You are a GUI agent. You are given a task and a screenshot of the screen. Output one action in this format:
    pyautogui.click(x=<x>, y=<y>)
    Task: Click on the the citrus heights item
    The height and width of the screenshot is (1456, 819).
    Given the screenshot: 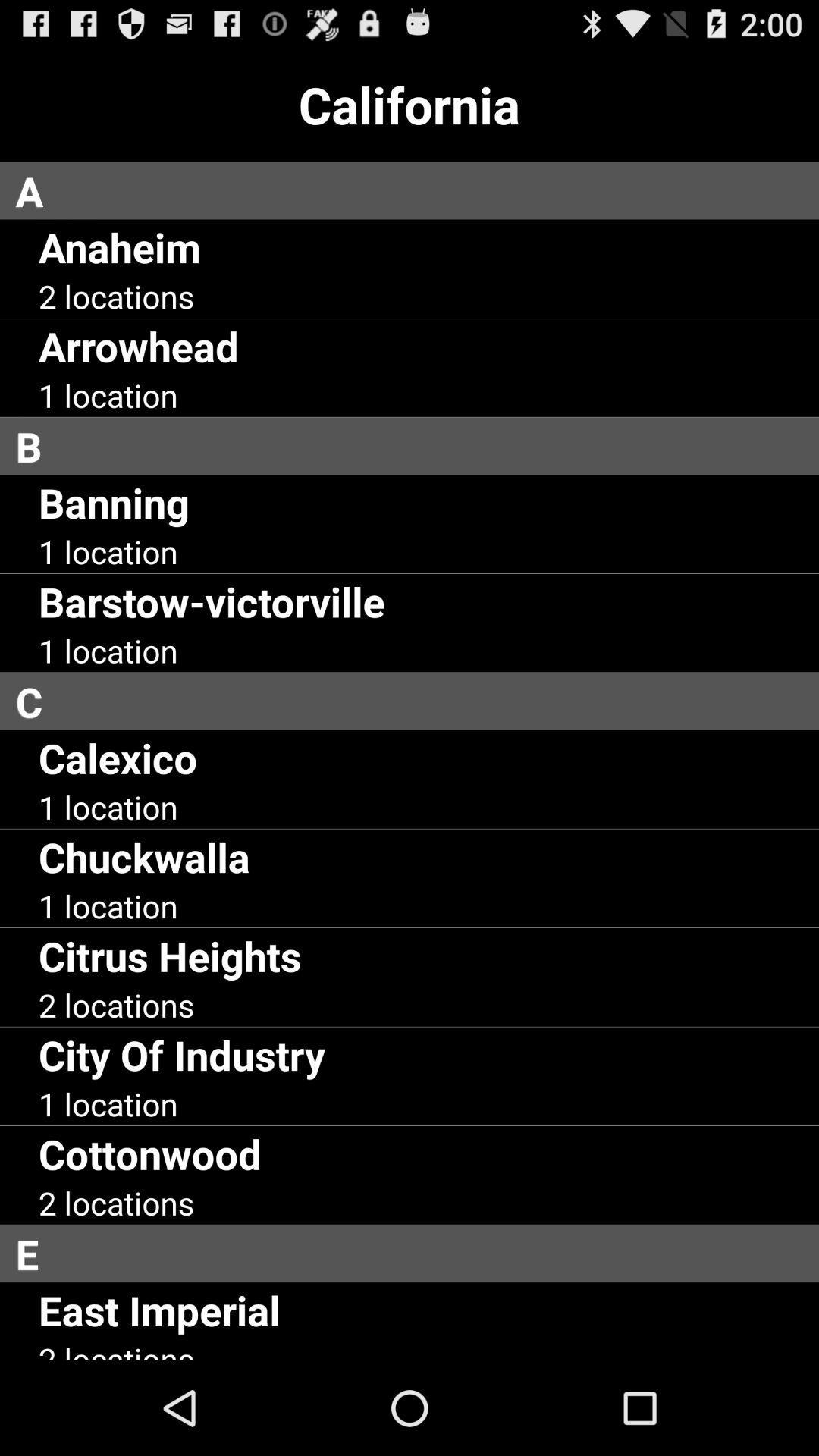 What is the action you would take?
    pyautogui.click(x=170, y=955)
    